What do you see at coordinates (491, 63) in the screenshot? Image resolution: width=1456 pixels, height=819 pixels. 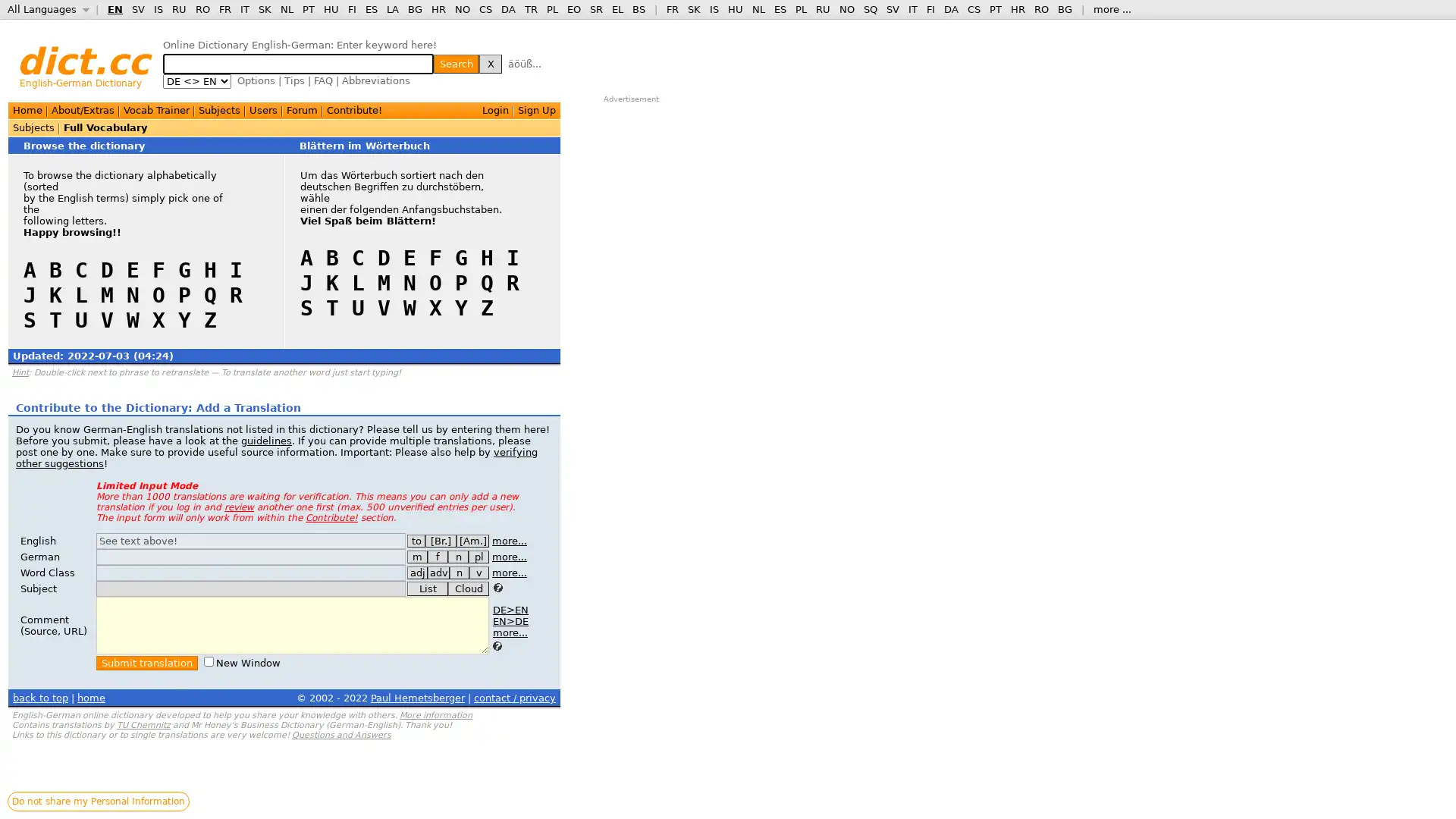 I see `X` at bounding box center [491, 63].